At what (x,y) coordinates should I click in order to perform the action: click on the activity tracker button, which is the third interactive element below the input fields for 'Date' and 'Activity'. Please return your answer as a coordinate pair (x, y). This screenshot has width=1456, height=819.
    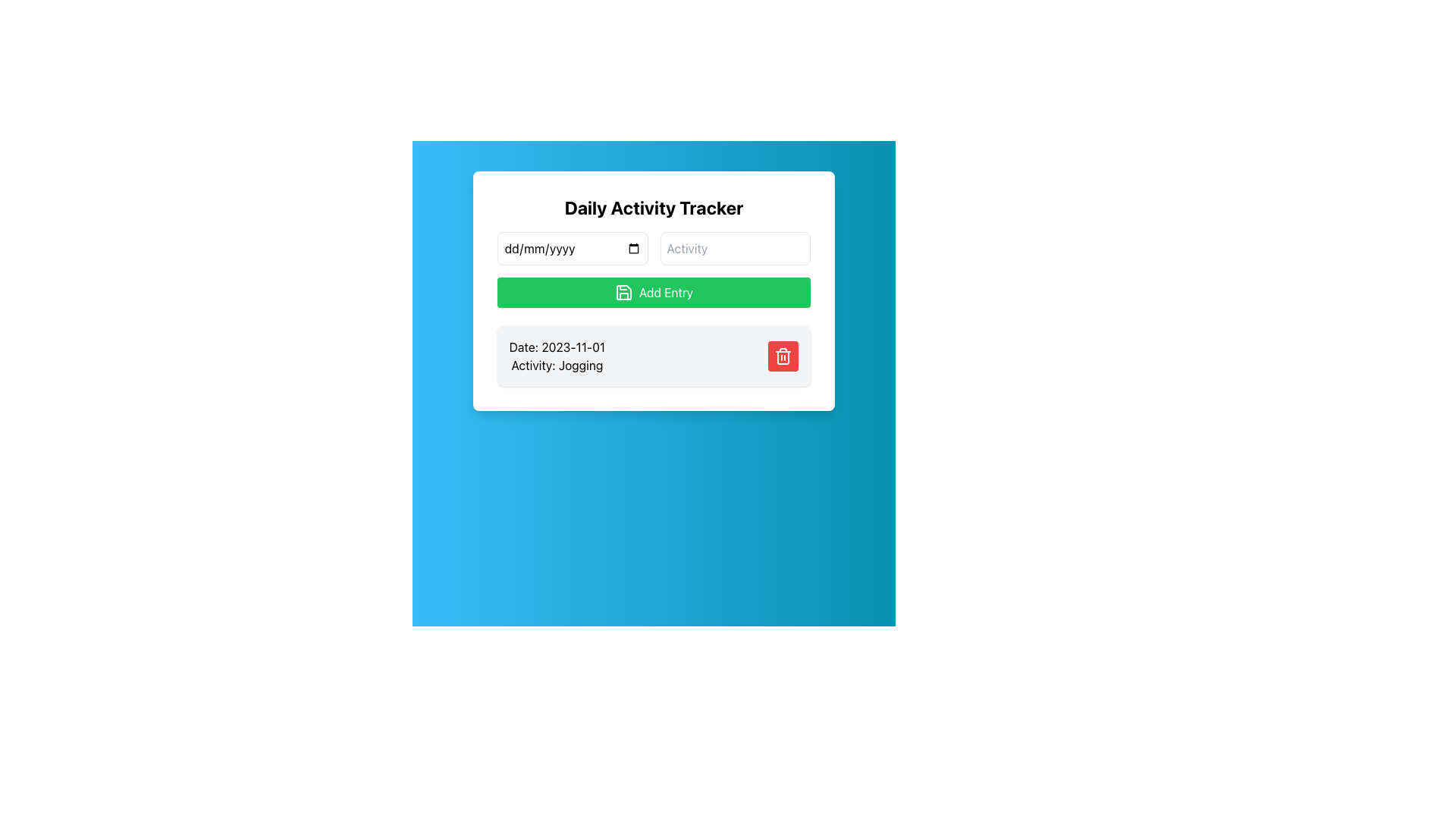
    Looking at the image, I should click on (654, 292).